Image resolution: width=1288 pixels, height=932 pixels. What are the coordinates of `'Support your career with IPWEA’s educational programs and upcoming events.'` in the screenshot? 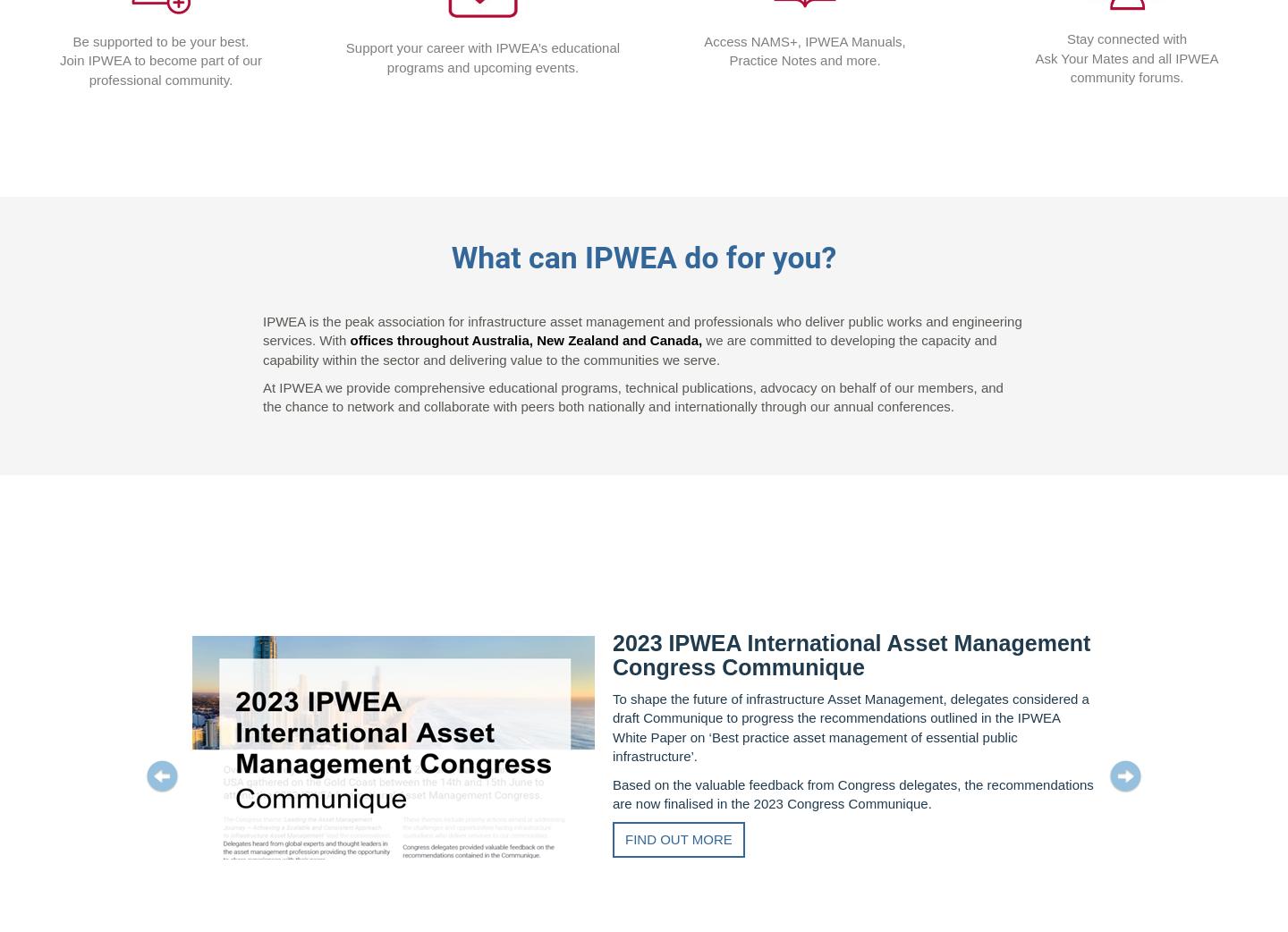 It's located at (344, 55).